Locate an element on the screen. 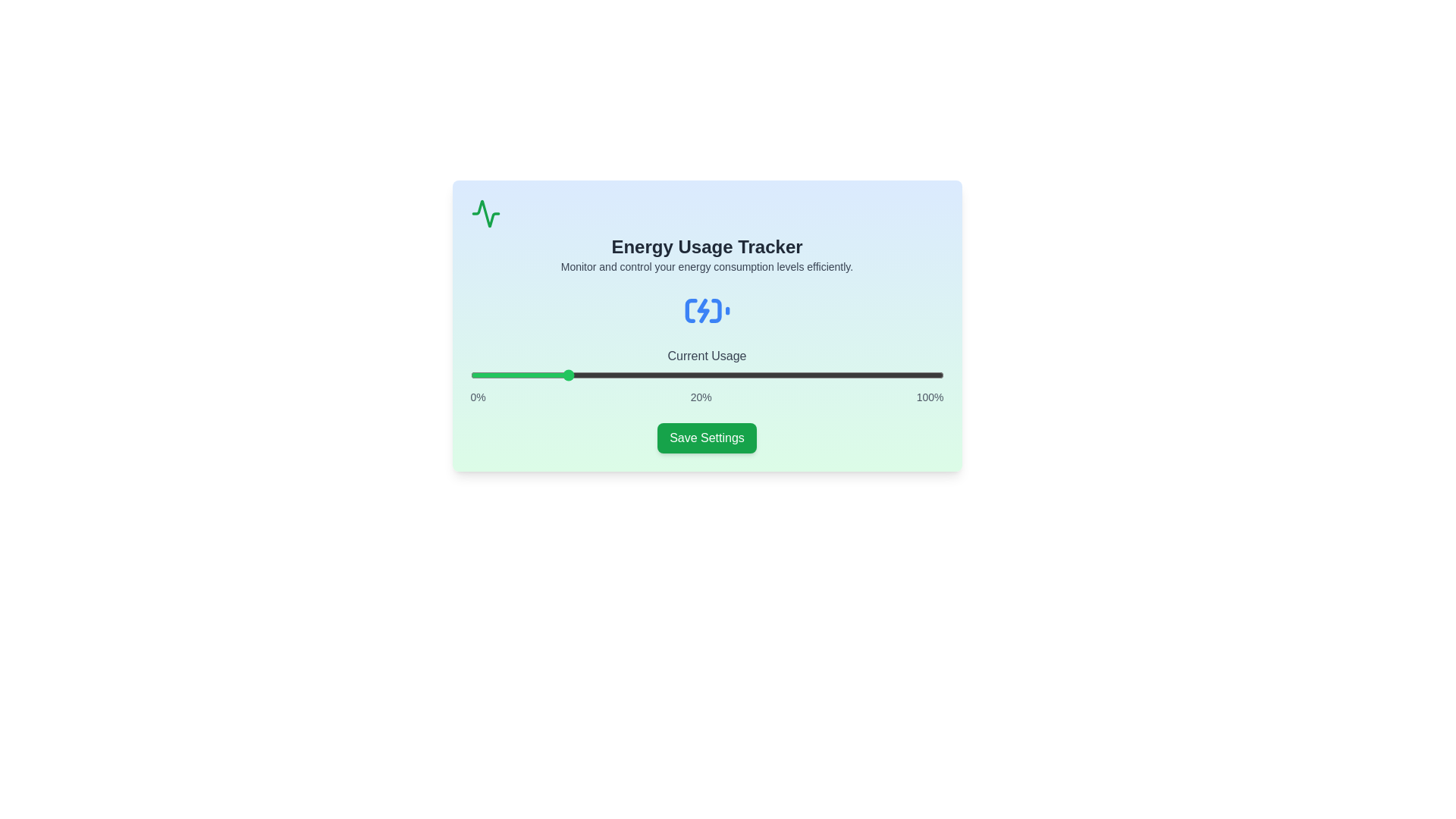 The height and width of the screenshot is (819, 1456). the energy usage slider to 9% is located at coordinates (513, 375).